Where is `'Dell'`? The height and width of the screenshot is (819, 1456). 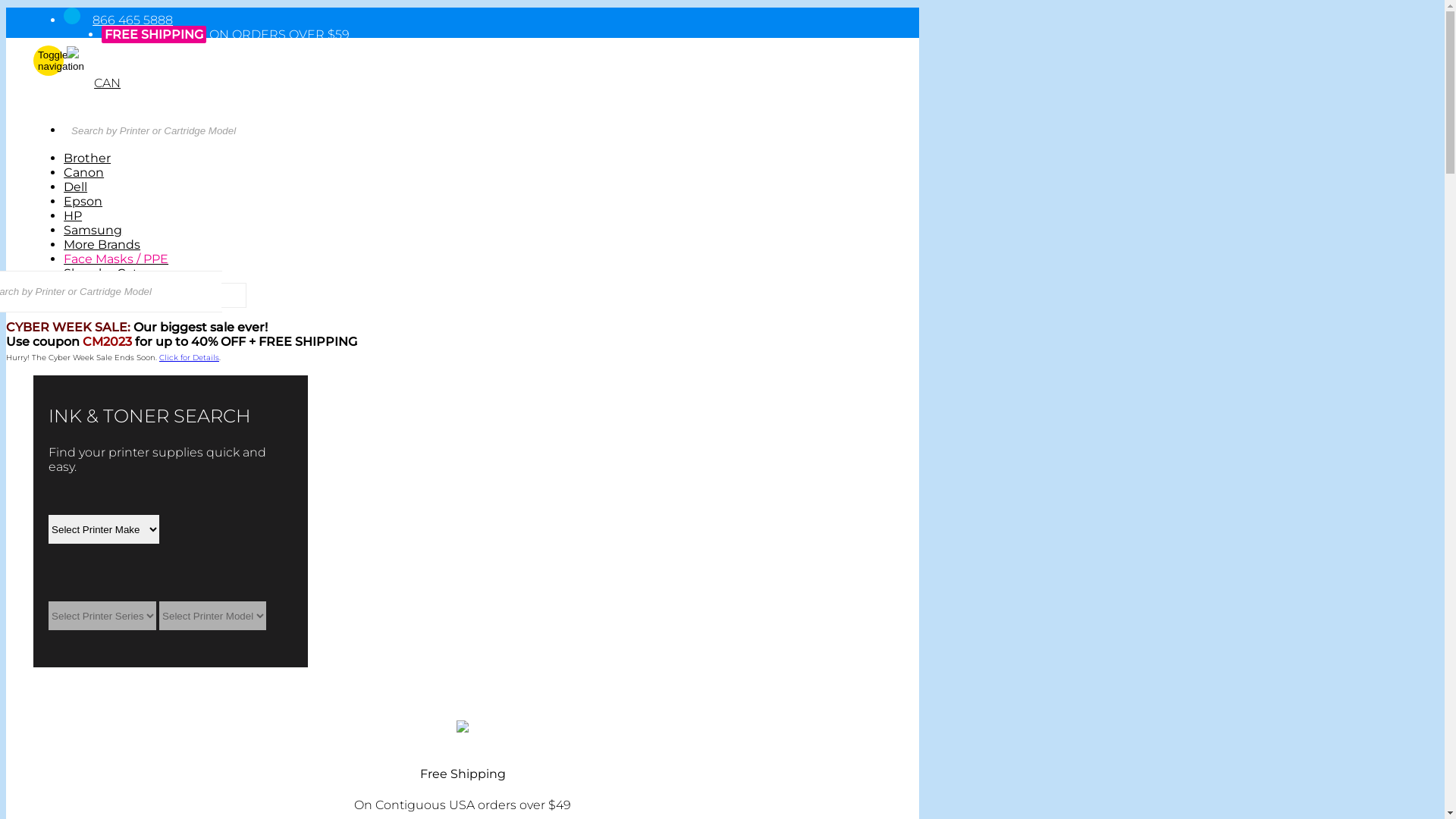 'Dell' is located at coordinates (74, 186).